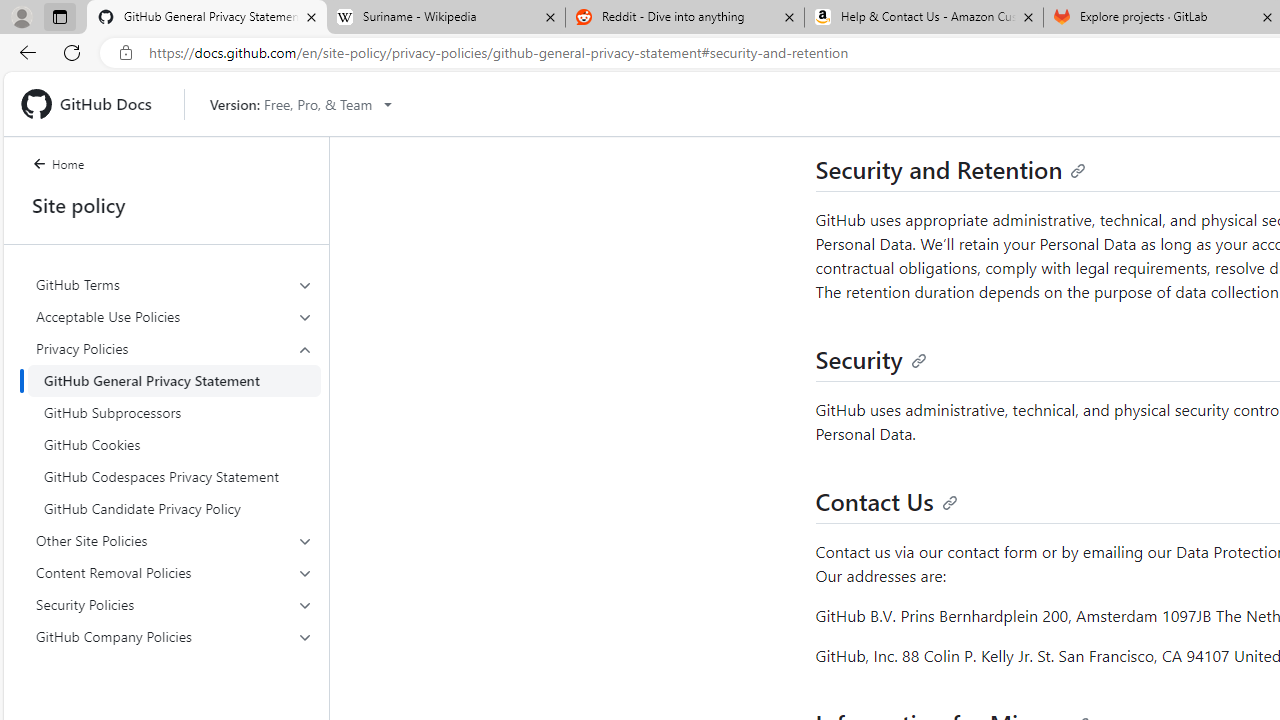 This screenshot has width=1280, height=720. What do you see at coordinates (174, 285) in the screenshot?
I see `'GitHub Terms'` at bounding box center [174, 285].